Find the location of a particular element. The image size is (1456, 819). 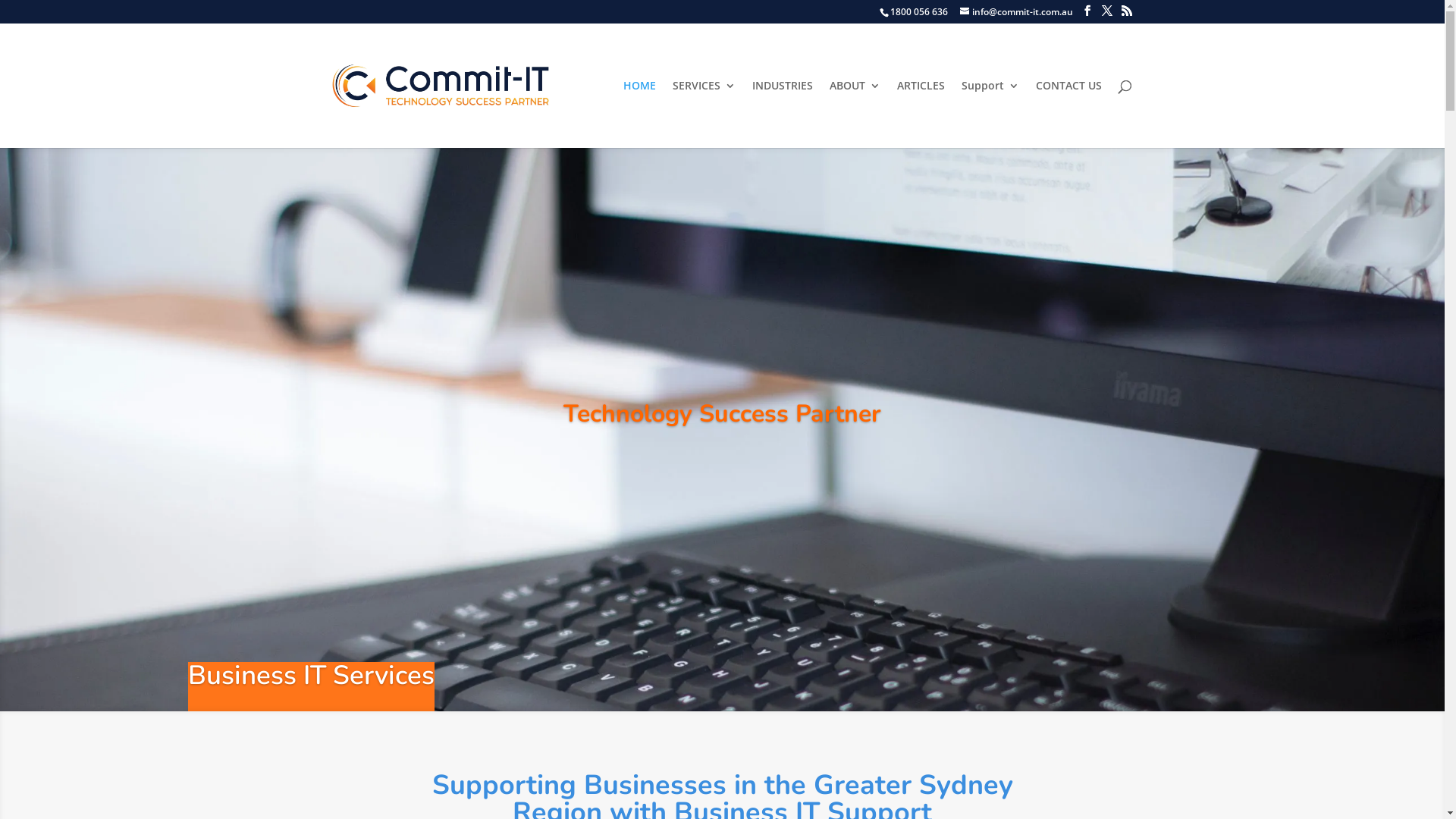

'ARTICLES' is located at coordinates (919, 113).